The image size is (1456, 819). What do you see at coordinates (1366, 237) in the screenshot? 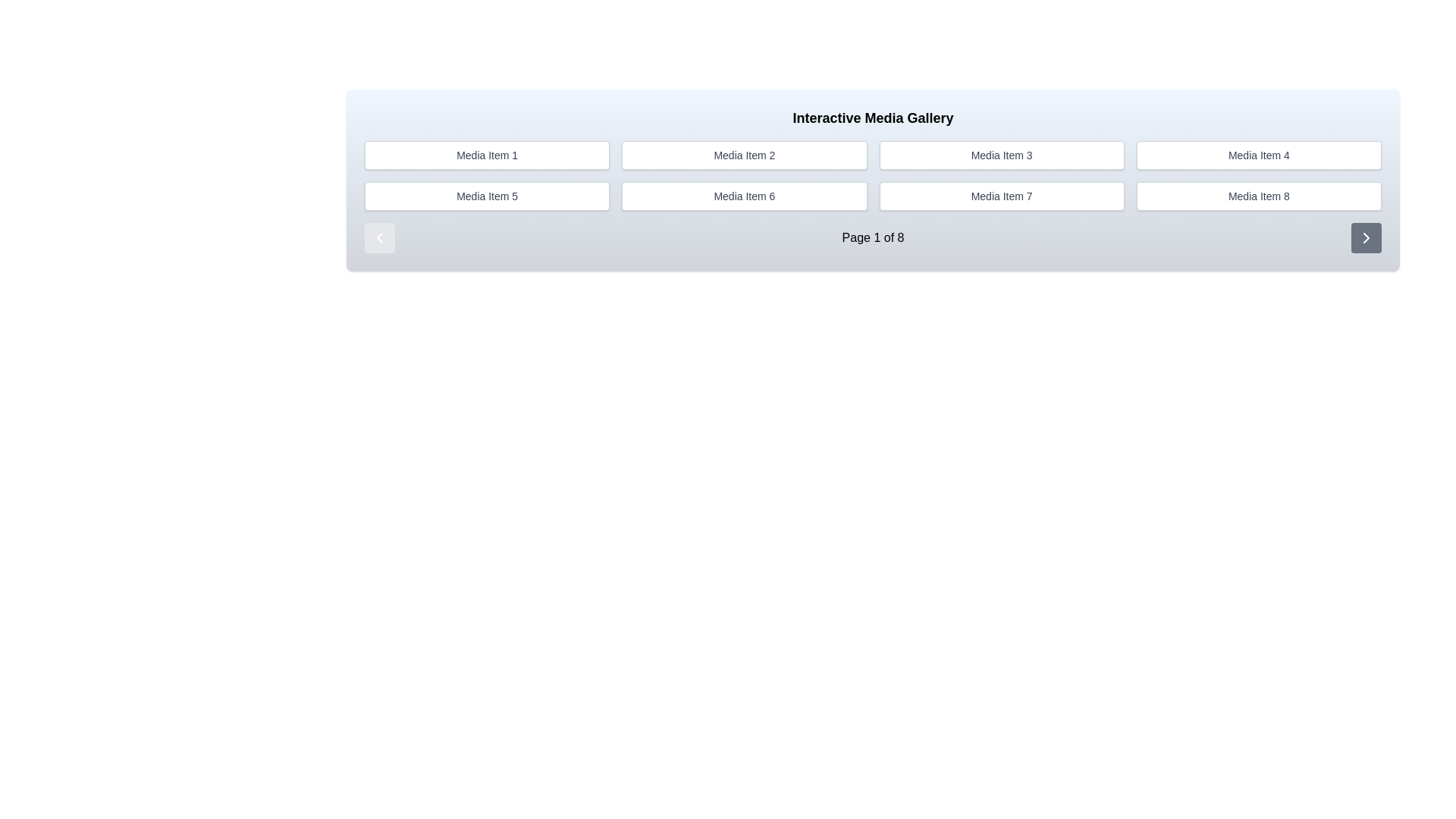
I see `the navigation icon located in the bottom-right corner of the interface to move to the next page in the media gallery` at bounding box center [1366, 237].